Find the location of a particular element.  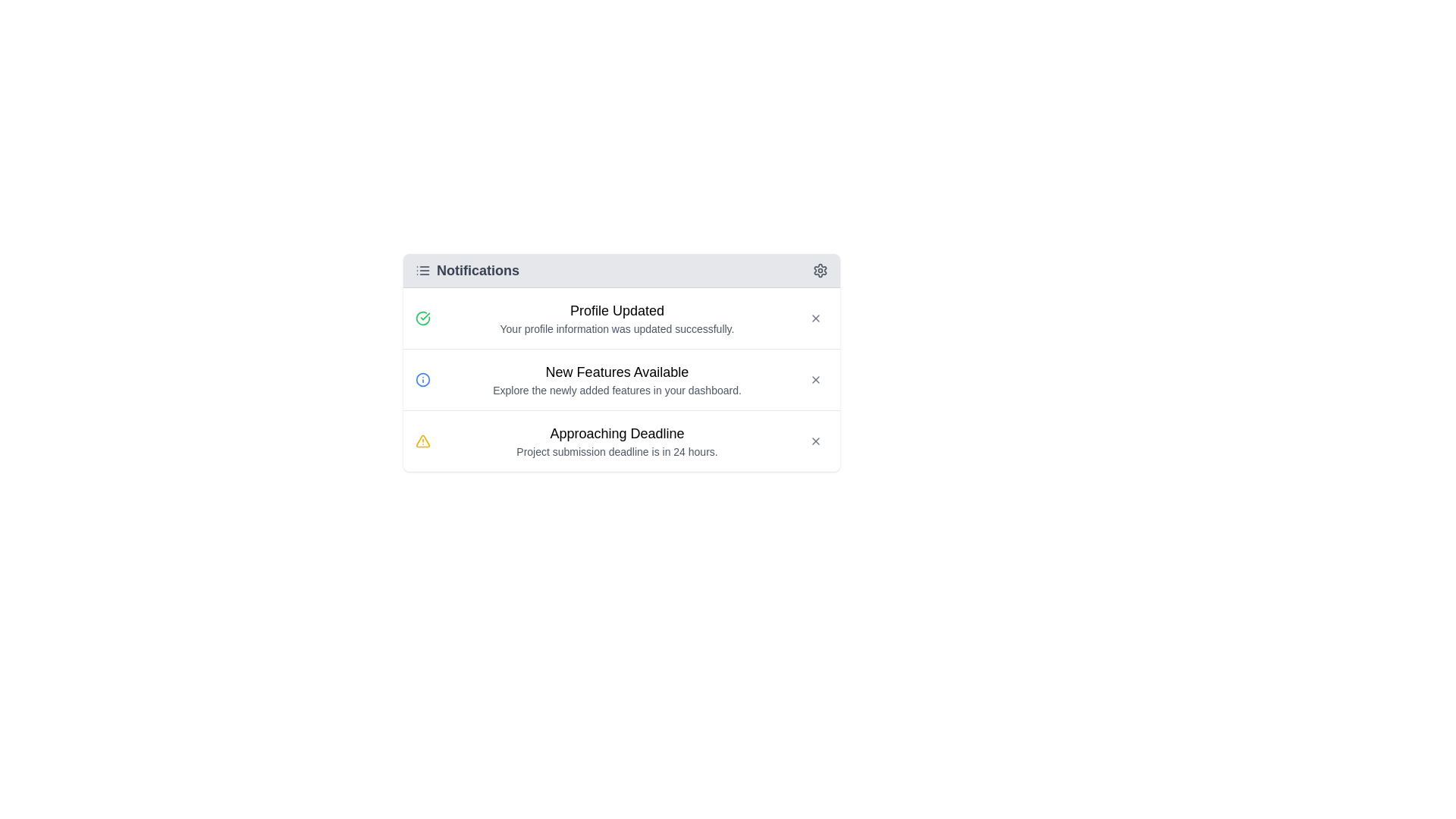

the notification titled 'Approaching Deadline' which is the third item in the notification list is located at coordinates (617, 441).